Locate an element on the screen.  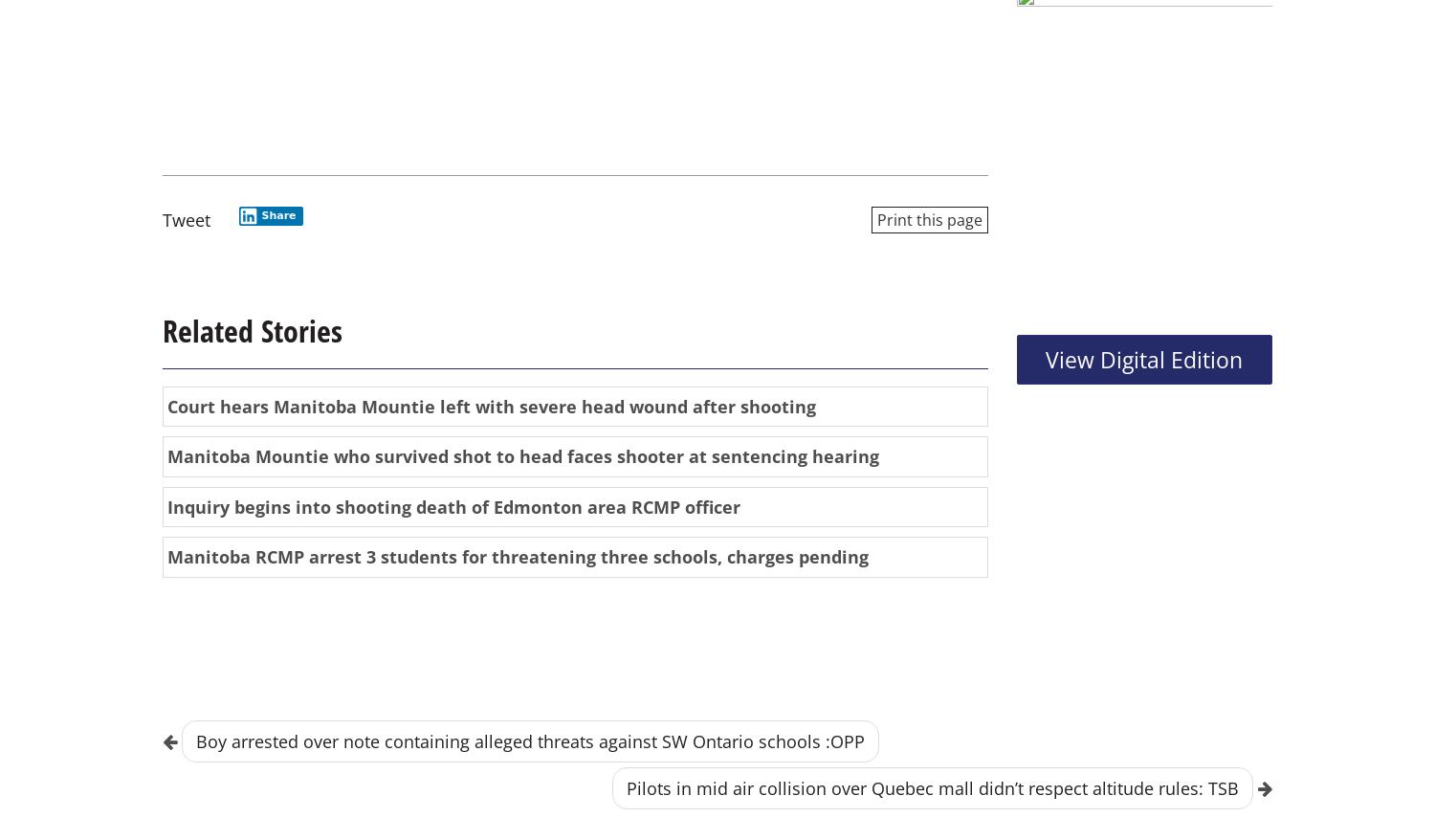
'Boy arrested over note containing alleged threats against SW Ontario schools :OPP' is located at coordinates (530, 740).